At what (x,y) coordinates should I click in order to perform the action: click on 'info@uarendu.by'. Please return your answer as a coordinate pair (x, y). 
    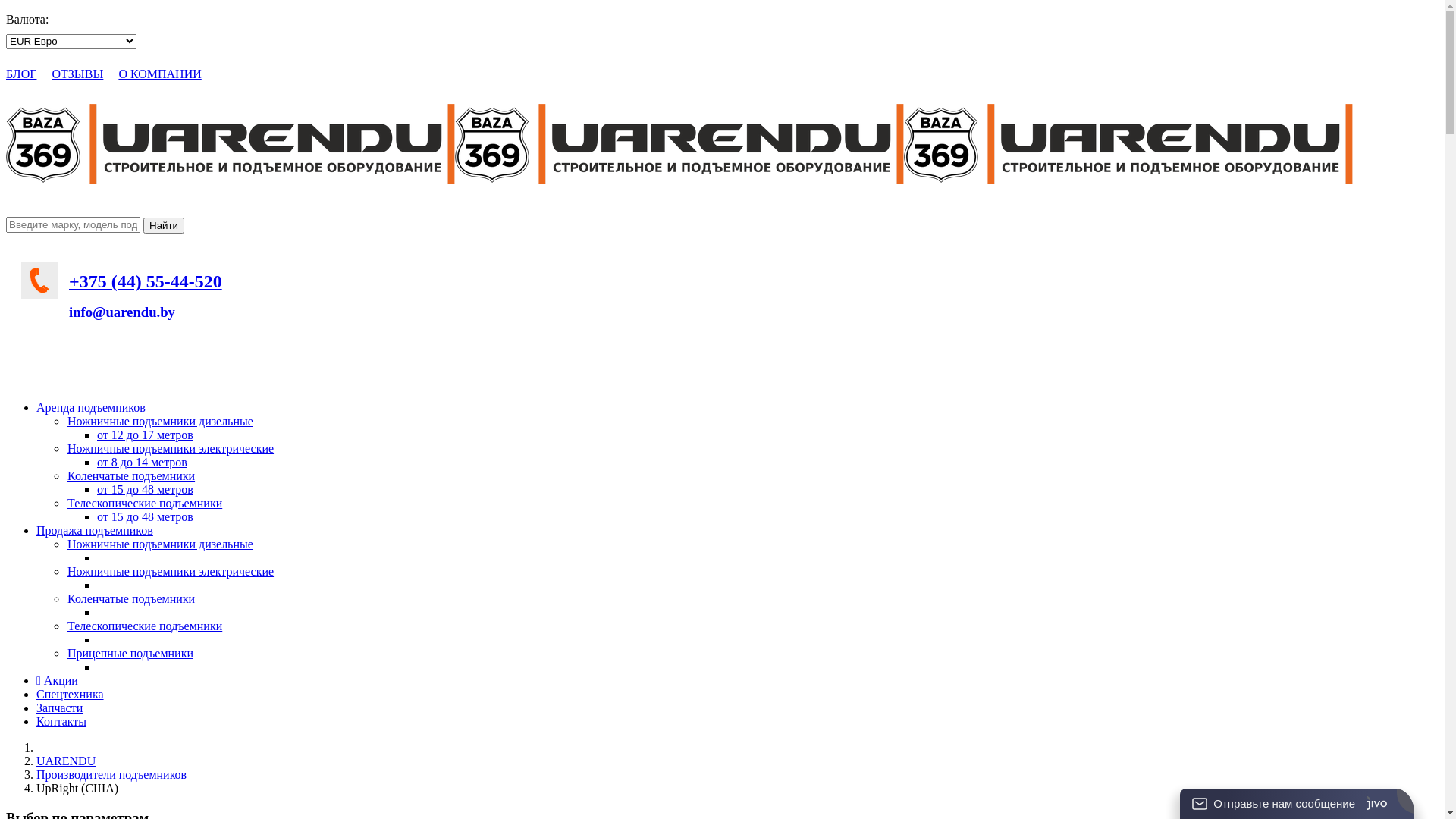
    Looking at the image, I should click on (122, 311).